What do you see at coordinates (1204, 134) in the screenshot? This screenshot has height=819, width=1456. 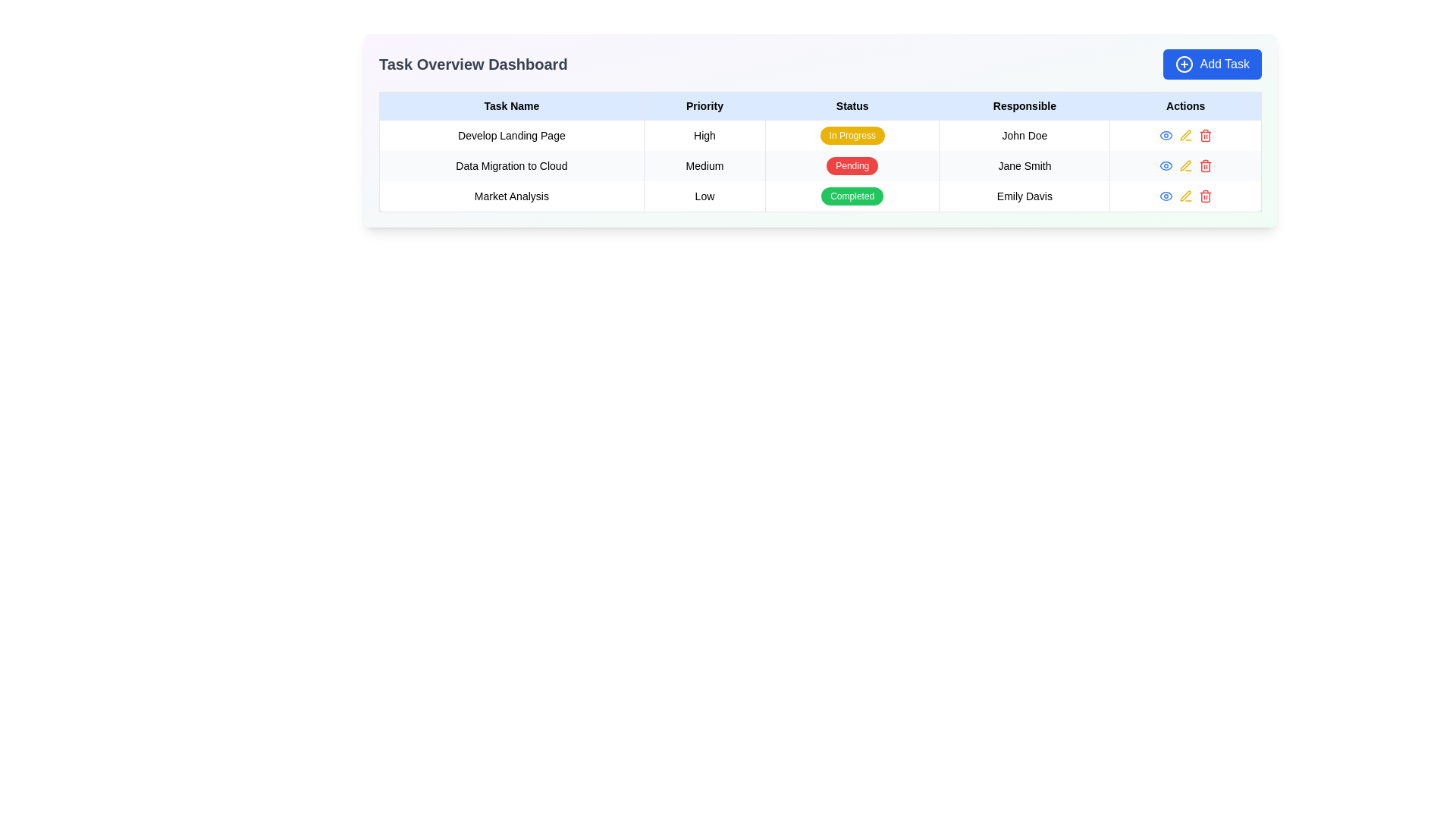 I see `the red trash icon button located in the action column of the third task row` at bounding box center [1204, 134].